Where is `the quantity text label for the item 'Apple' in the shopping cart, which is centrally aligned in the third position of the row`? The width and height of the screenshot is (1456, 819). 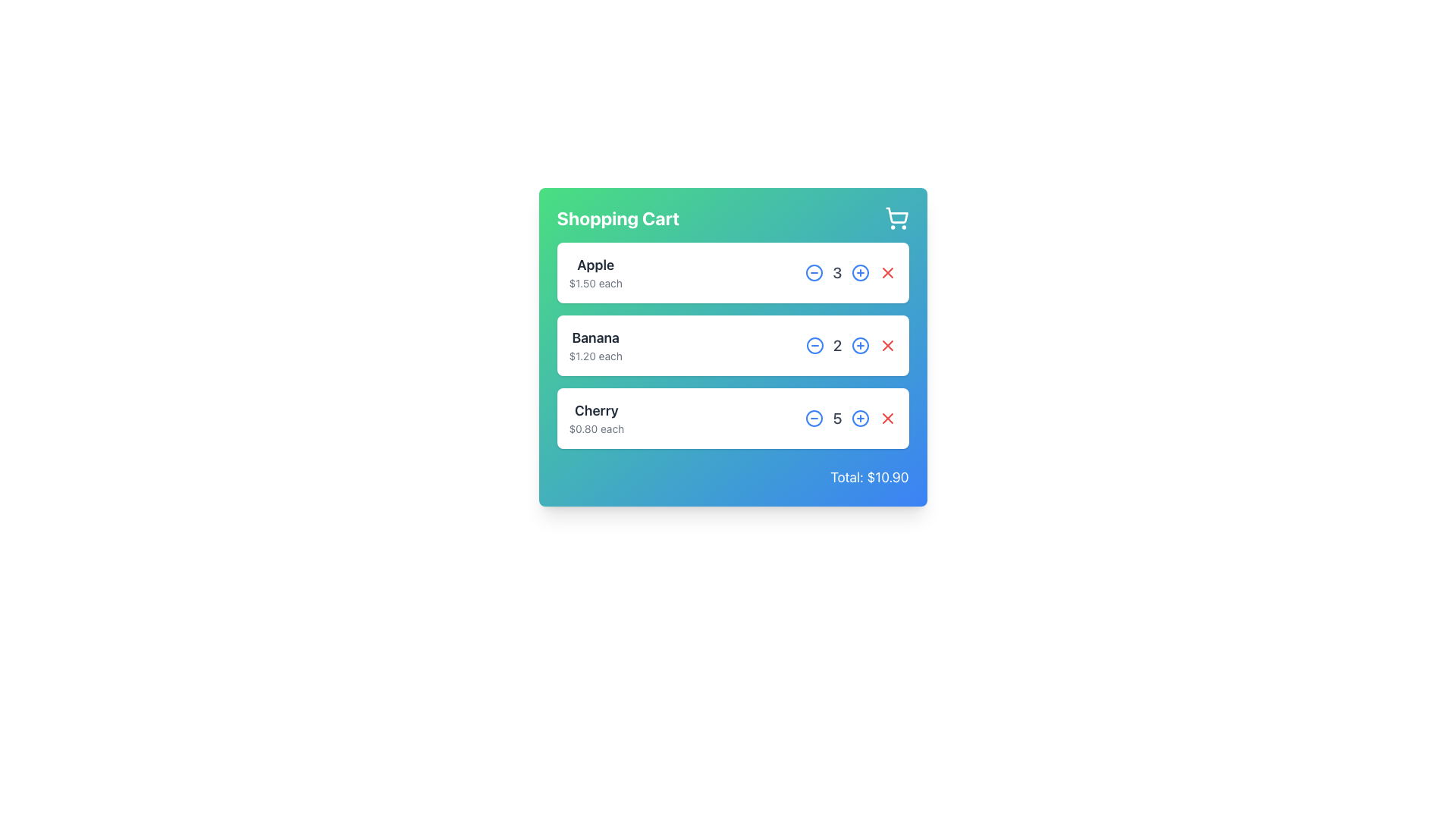 the quantity text label for the item 'Apple' in the shopping cart, which is centrally aligned in the third position of the row is located at coordinates (851, 271).